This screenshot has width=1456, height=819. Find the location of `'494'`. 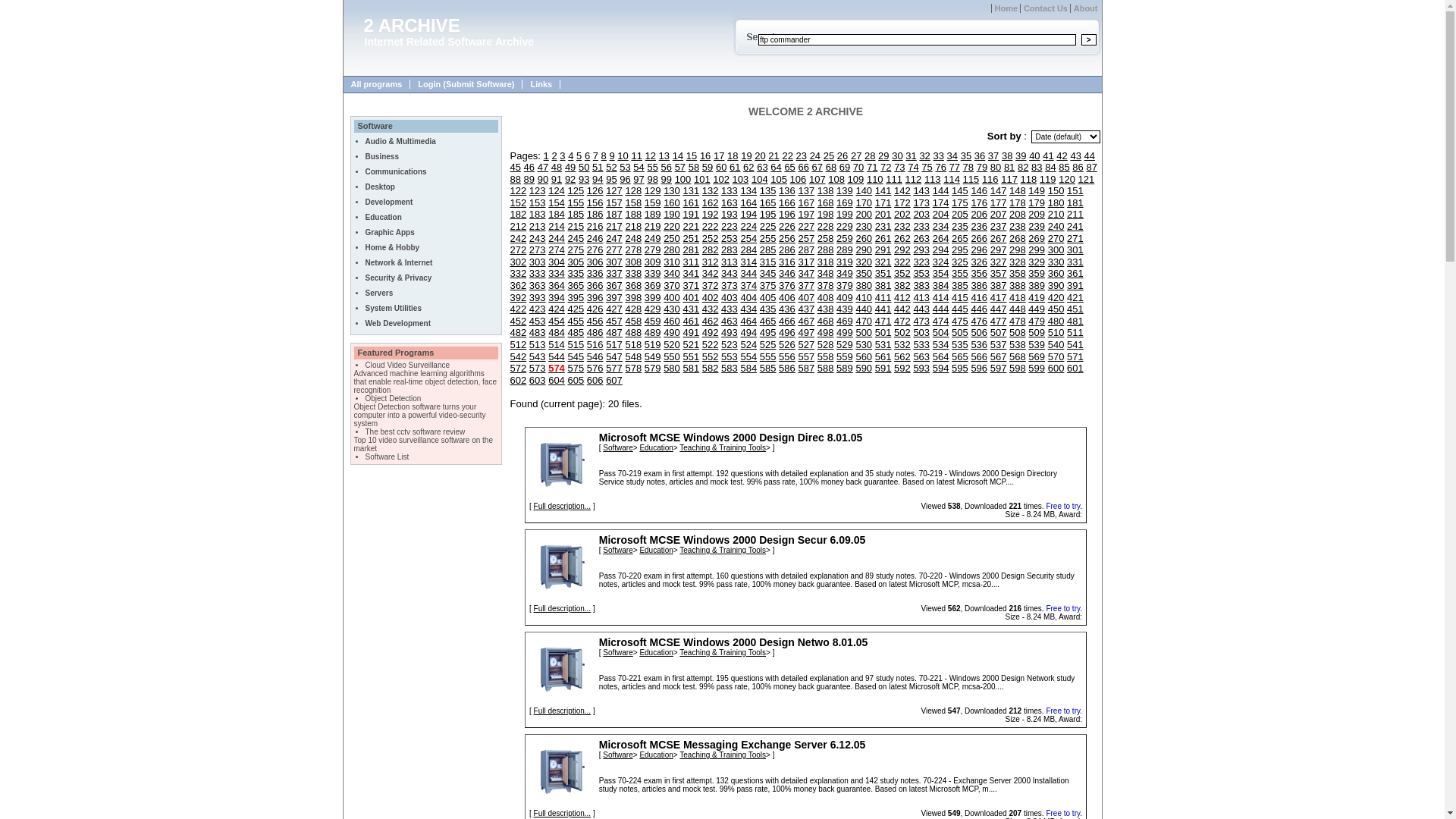

'494' is located at coordinates (748, 331).